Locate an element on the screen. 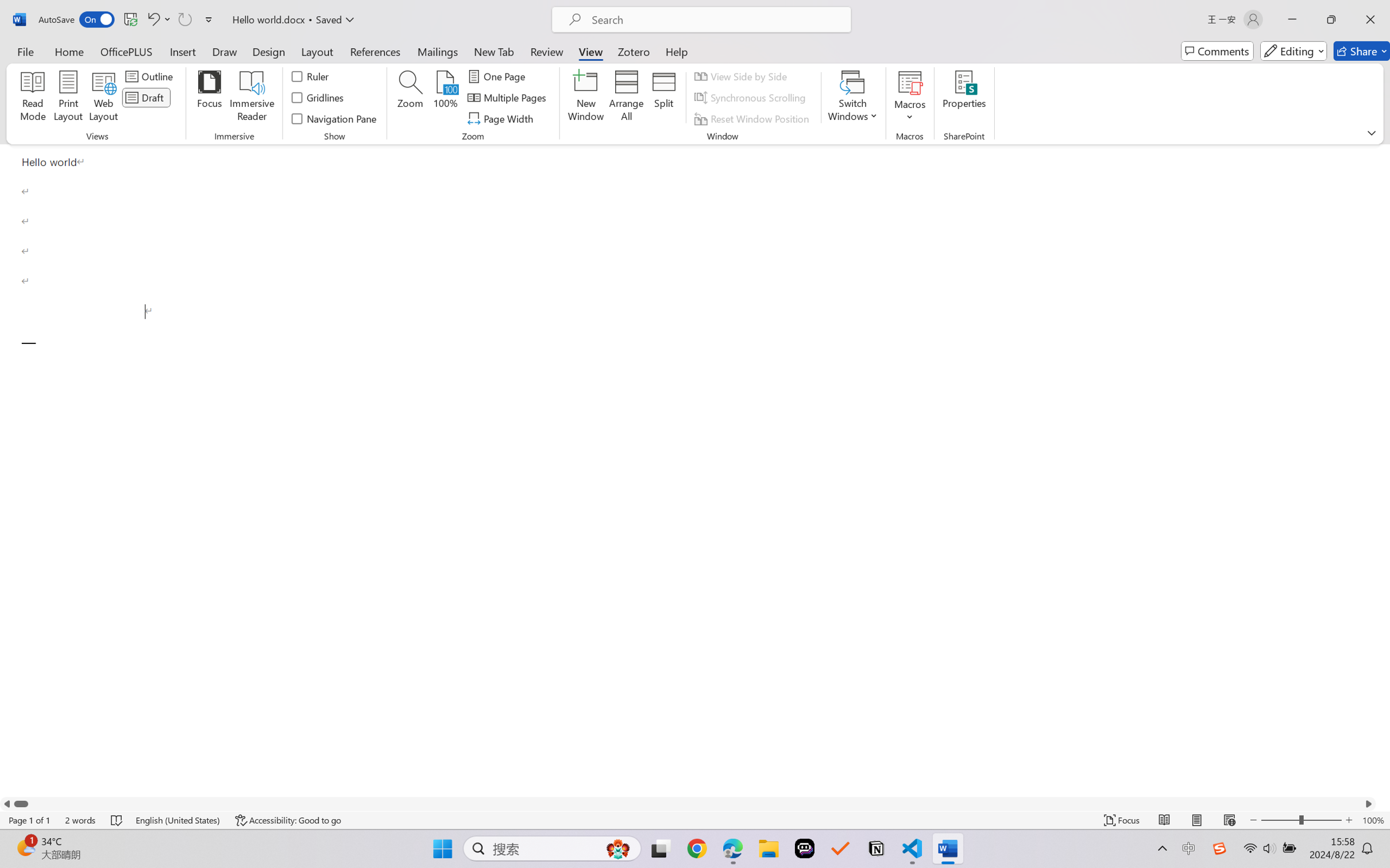 The width and height of the screenshot is (1390, 868). 'New Tab' is located at coordinates (493, 51).